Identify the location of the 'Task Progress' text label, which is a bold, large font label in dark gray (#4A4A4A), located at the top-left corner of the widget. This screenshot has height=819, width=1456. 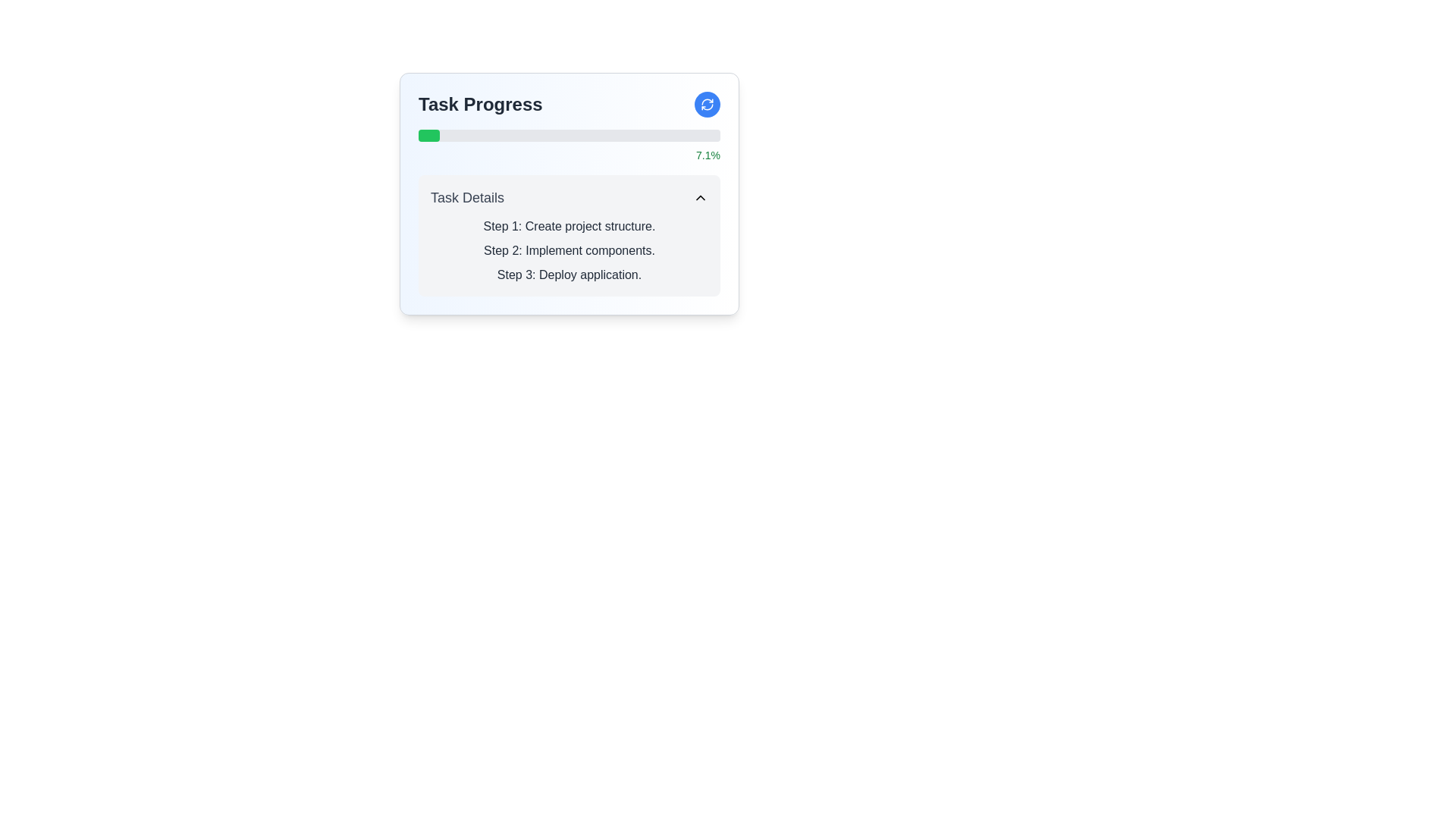
(479, 104).